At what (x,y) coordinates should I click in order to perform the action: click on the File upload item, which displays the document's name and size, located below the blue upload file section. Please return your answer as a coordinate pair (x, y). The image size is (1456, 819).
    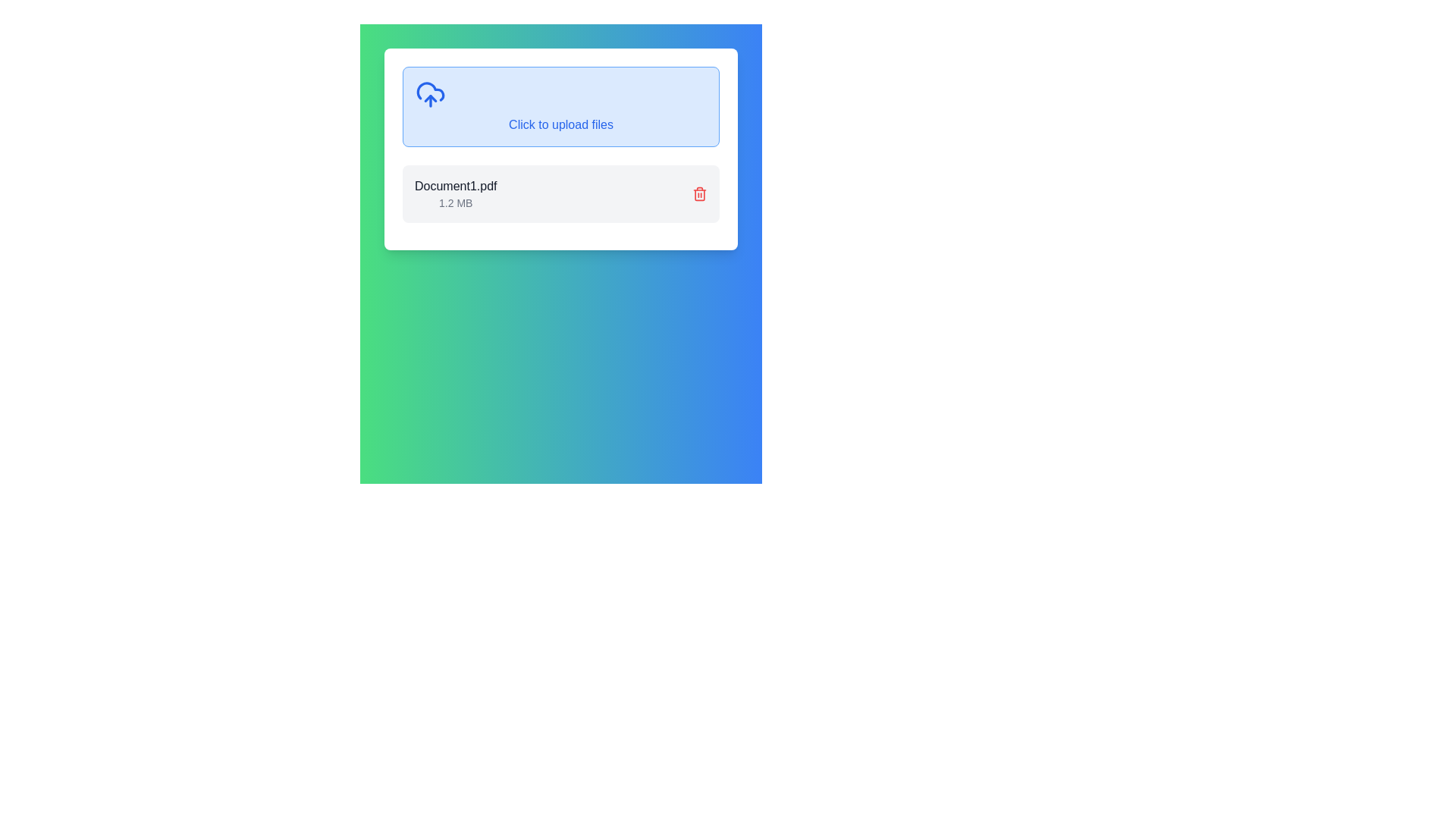
    Looking at the image, I should click on (560, 193).